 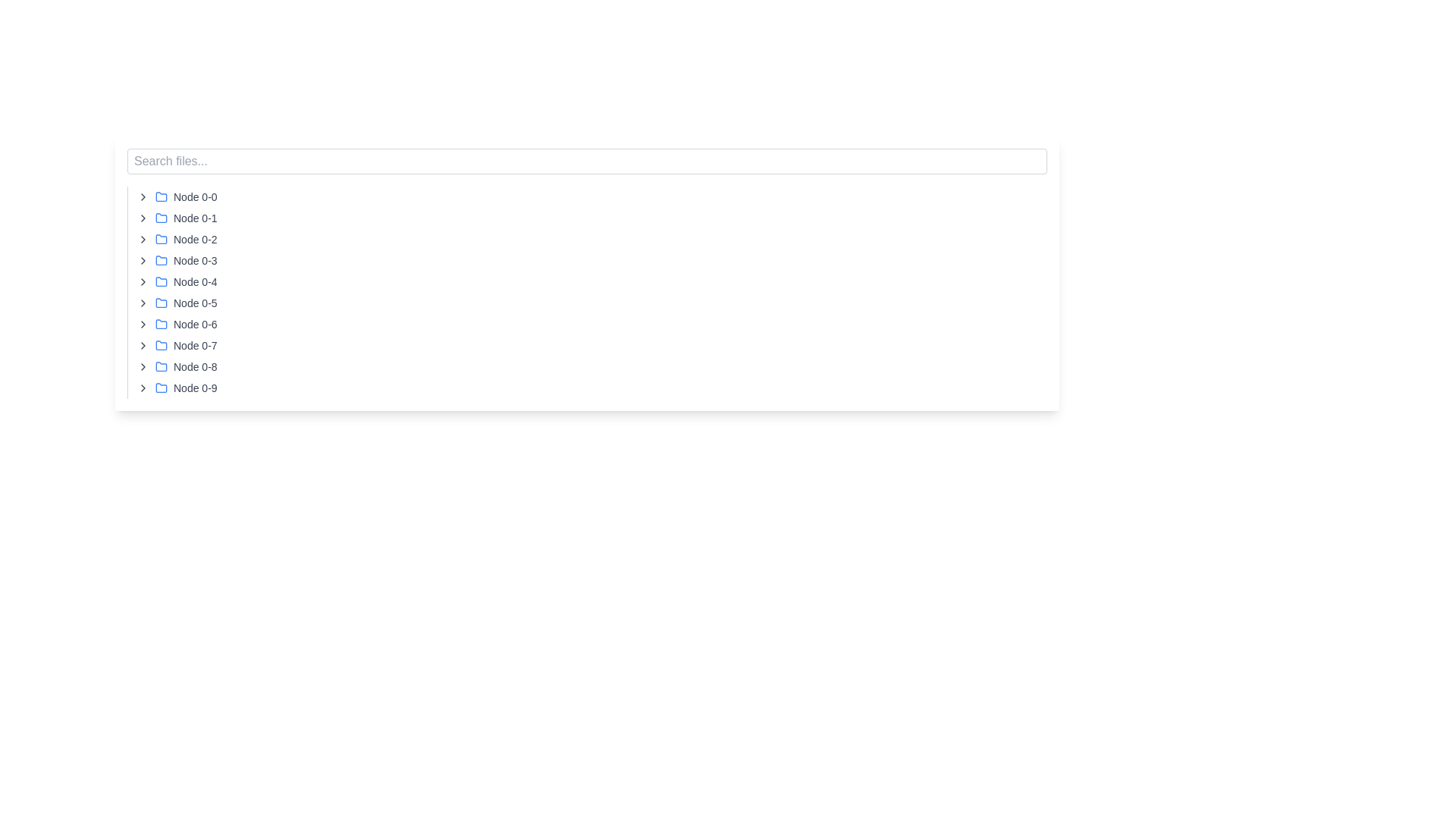 I want to click on the text label displaying 'Node 0-4', so click(x=194, y=281).